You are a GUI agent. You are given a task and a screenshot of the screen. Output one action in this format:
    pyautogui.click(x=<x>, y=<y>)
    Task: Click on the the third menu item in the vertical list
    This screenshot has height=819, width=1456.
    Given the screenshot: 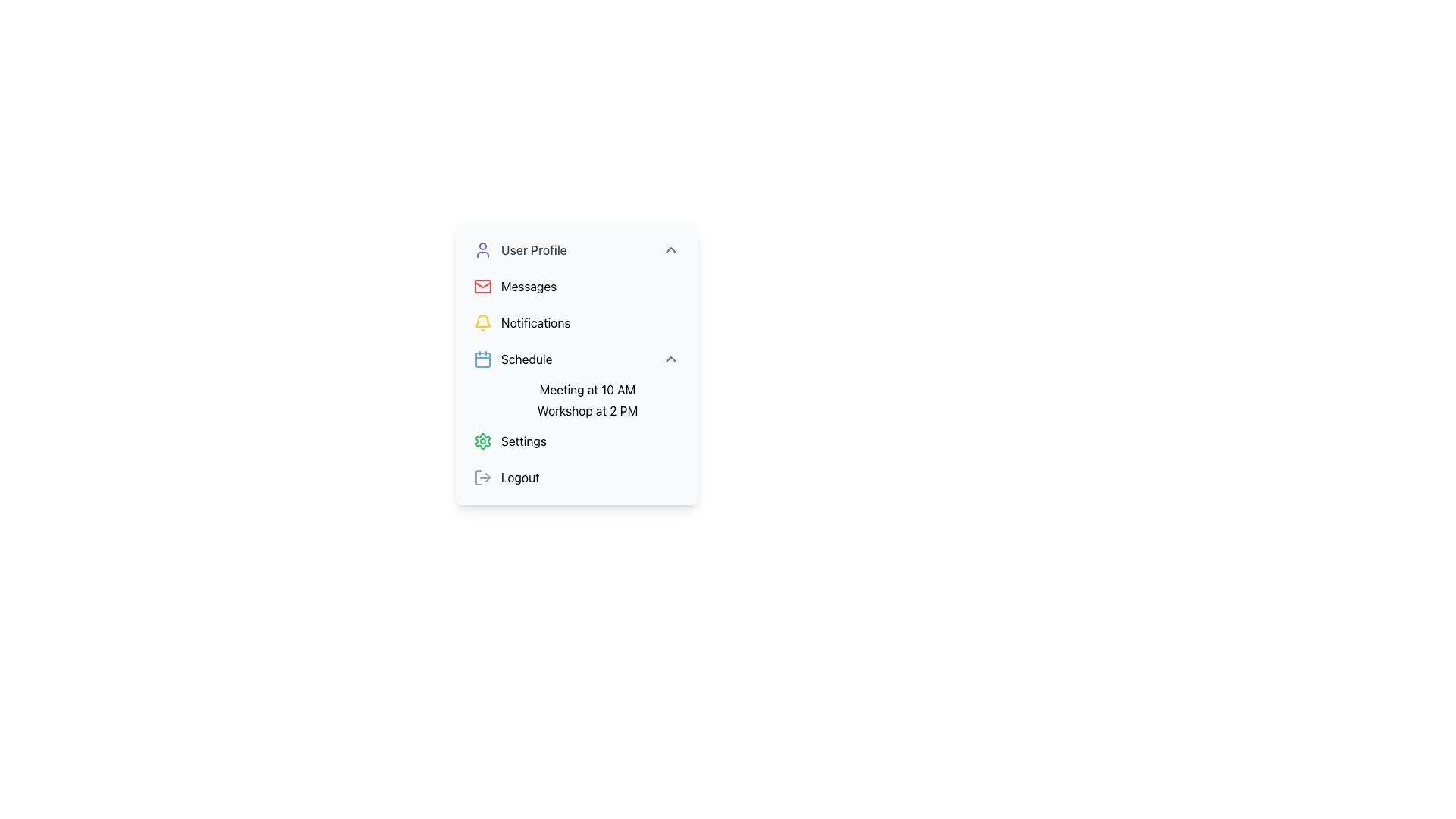 What is the action you would take?
    pyautogui.click(x=576, y=359)
    